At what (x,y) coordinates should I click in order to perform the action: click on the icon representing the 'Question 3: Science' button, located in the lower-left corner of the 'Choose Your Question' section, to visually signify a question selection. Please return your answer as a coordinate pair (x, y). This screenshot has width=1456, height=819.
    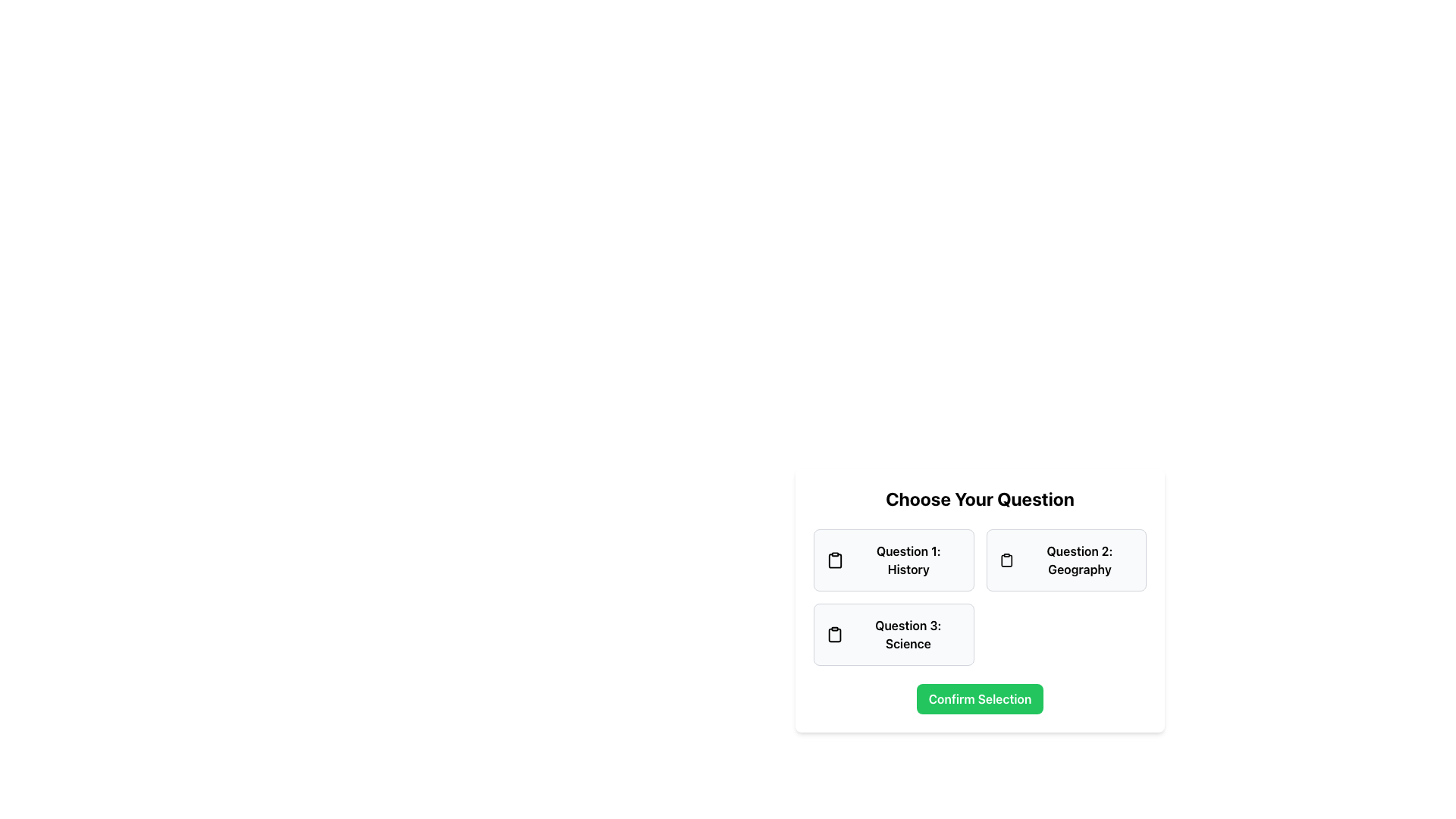
    Looking at the image, I should click on (834, 635).